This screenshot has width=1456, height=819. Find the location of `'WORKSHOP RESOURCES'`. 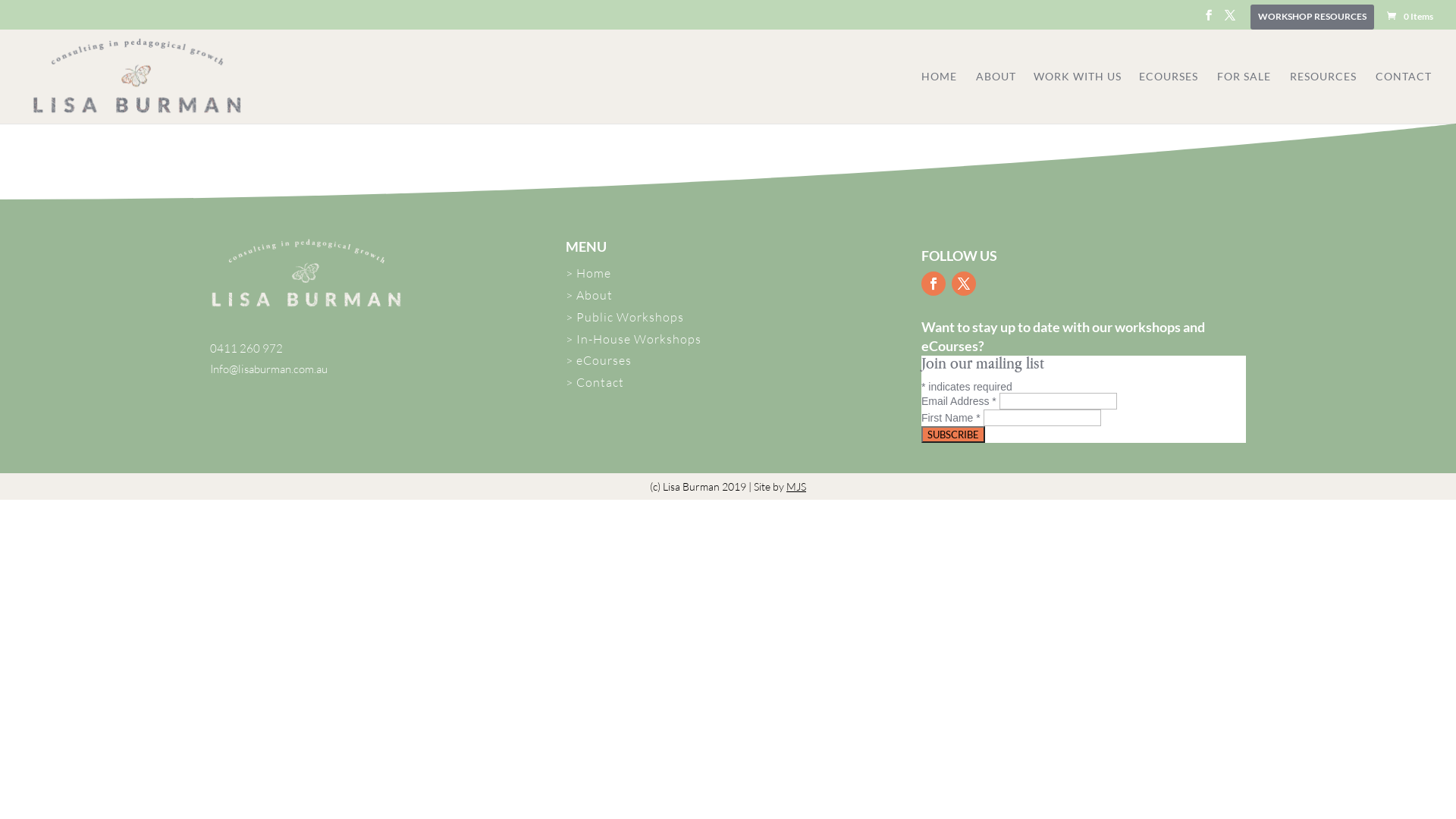

'WORKSHOP RESOURCES' is located at coordinates (1311, 20).